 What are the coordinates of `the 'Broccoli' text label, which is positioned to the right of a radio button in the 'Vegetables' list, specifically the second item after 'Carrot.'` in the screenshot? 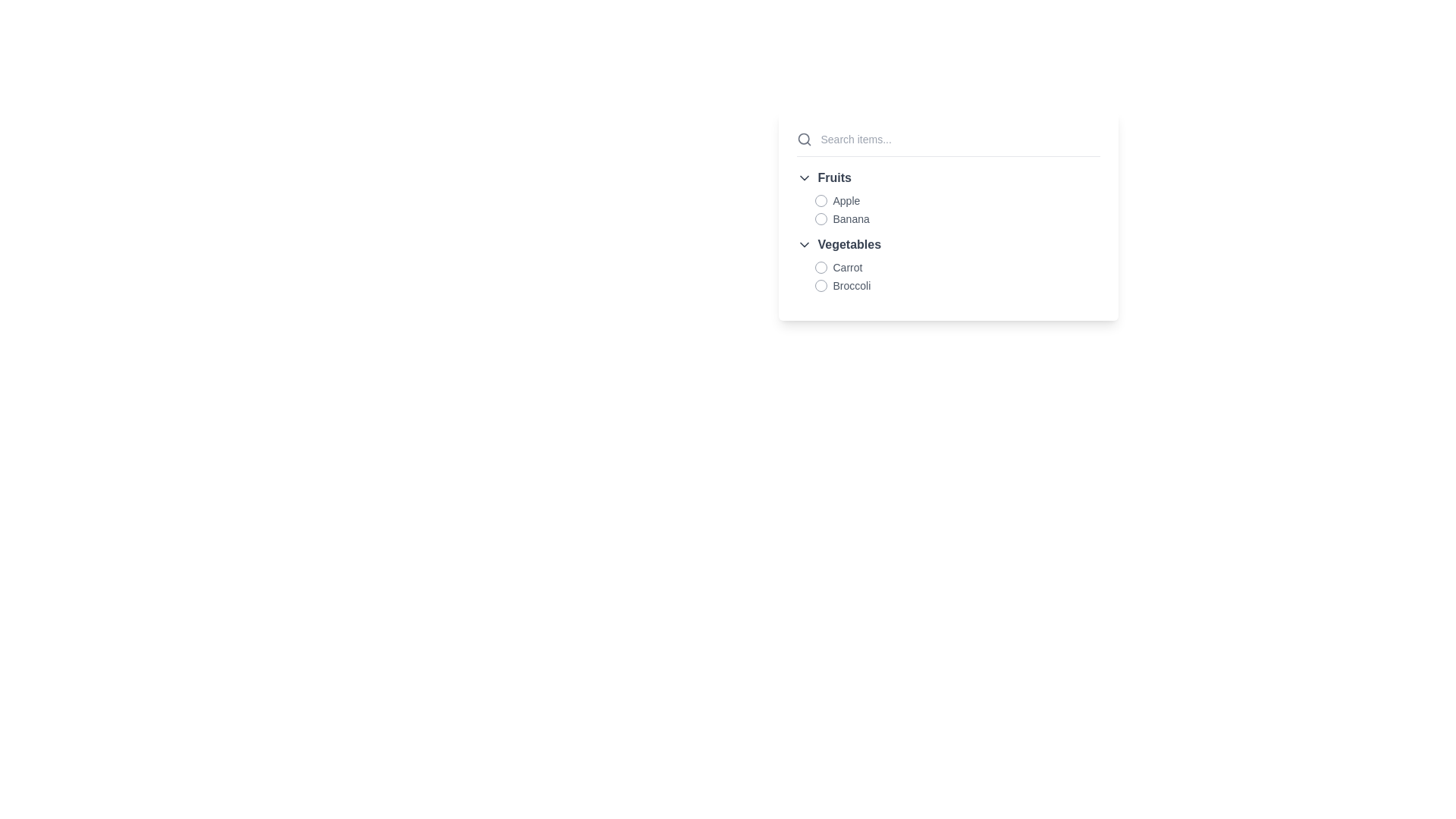 It's located at (852, 286).